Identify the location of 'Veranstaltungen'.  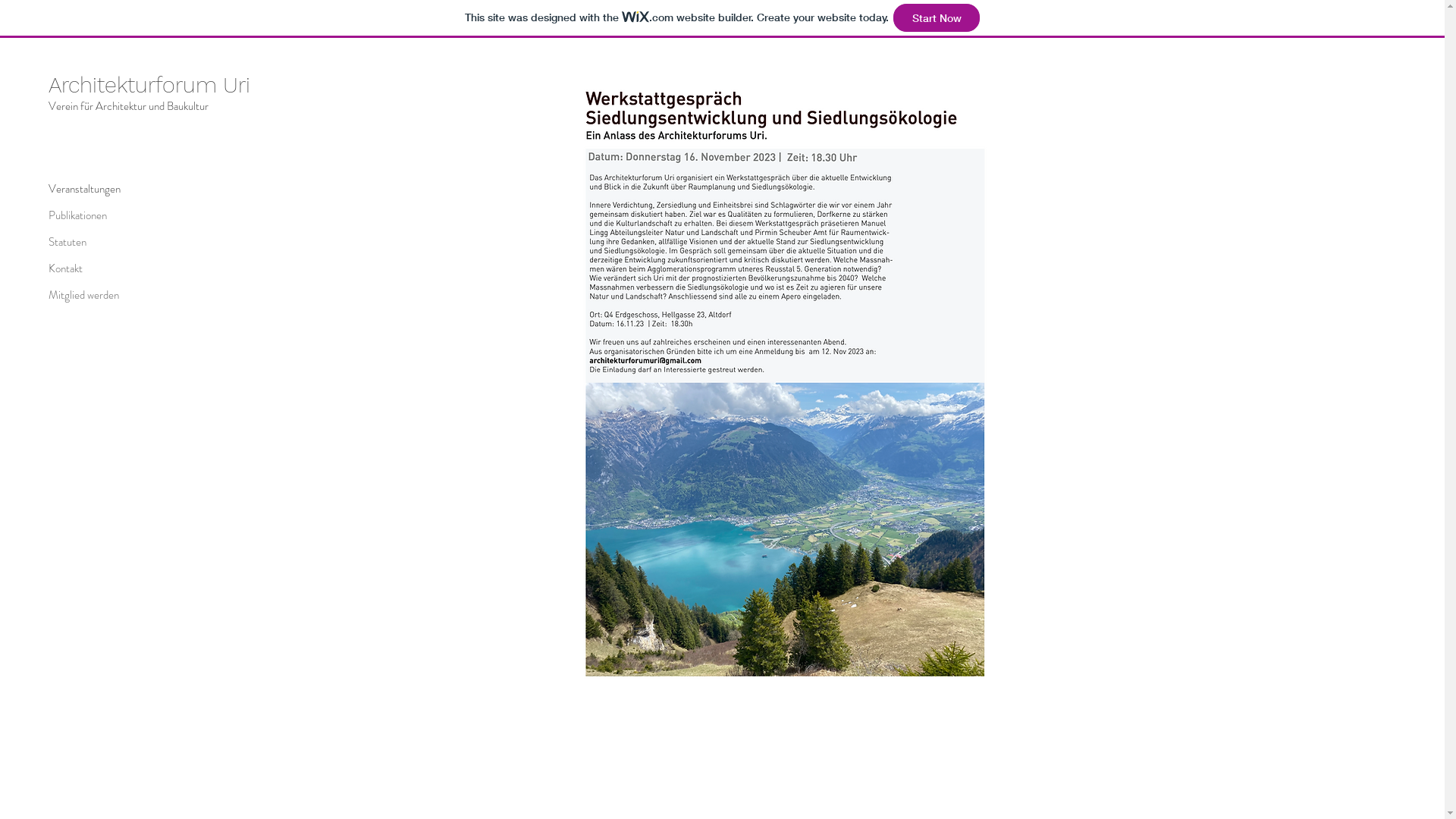
(101, 188).